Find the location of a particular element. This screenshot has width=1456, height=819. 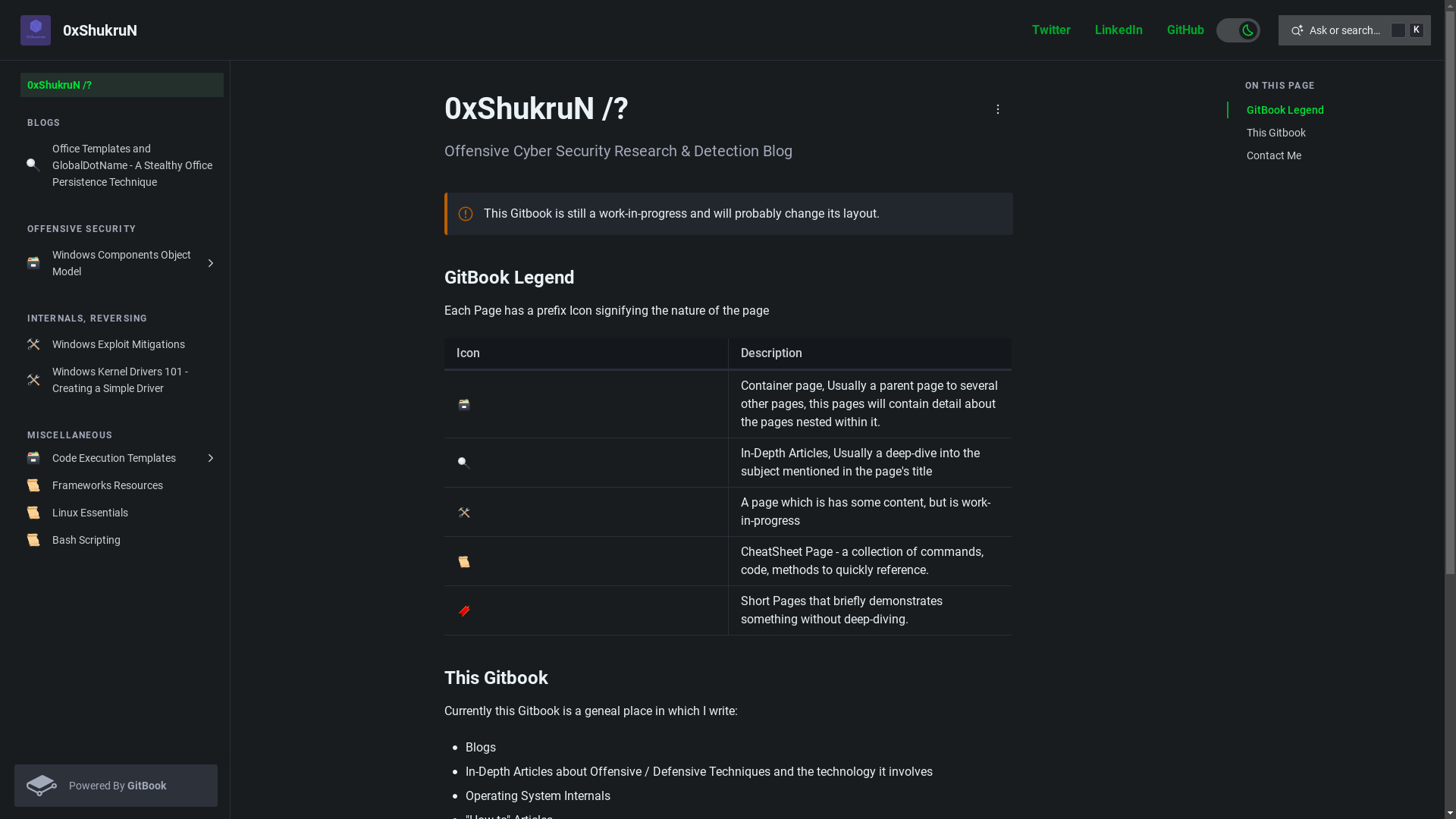

'GitHub' is located at coordinates (1184, 30).